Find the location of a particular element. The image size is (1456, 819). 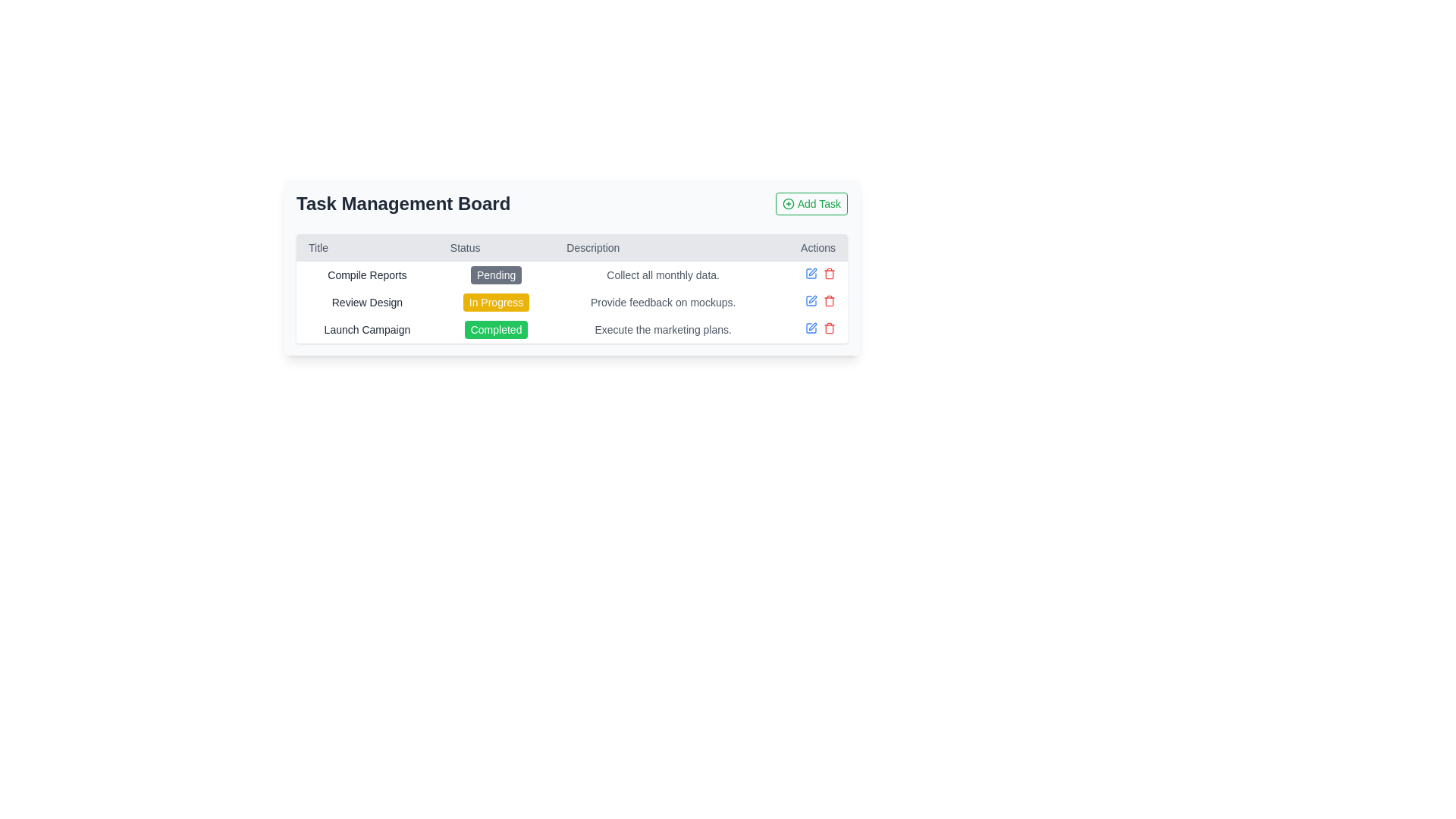

the static text element that describes the task 'Compile Reports', located in the 'Description' column of the first row in the task management board is located at coordinates (663, 275).